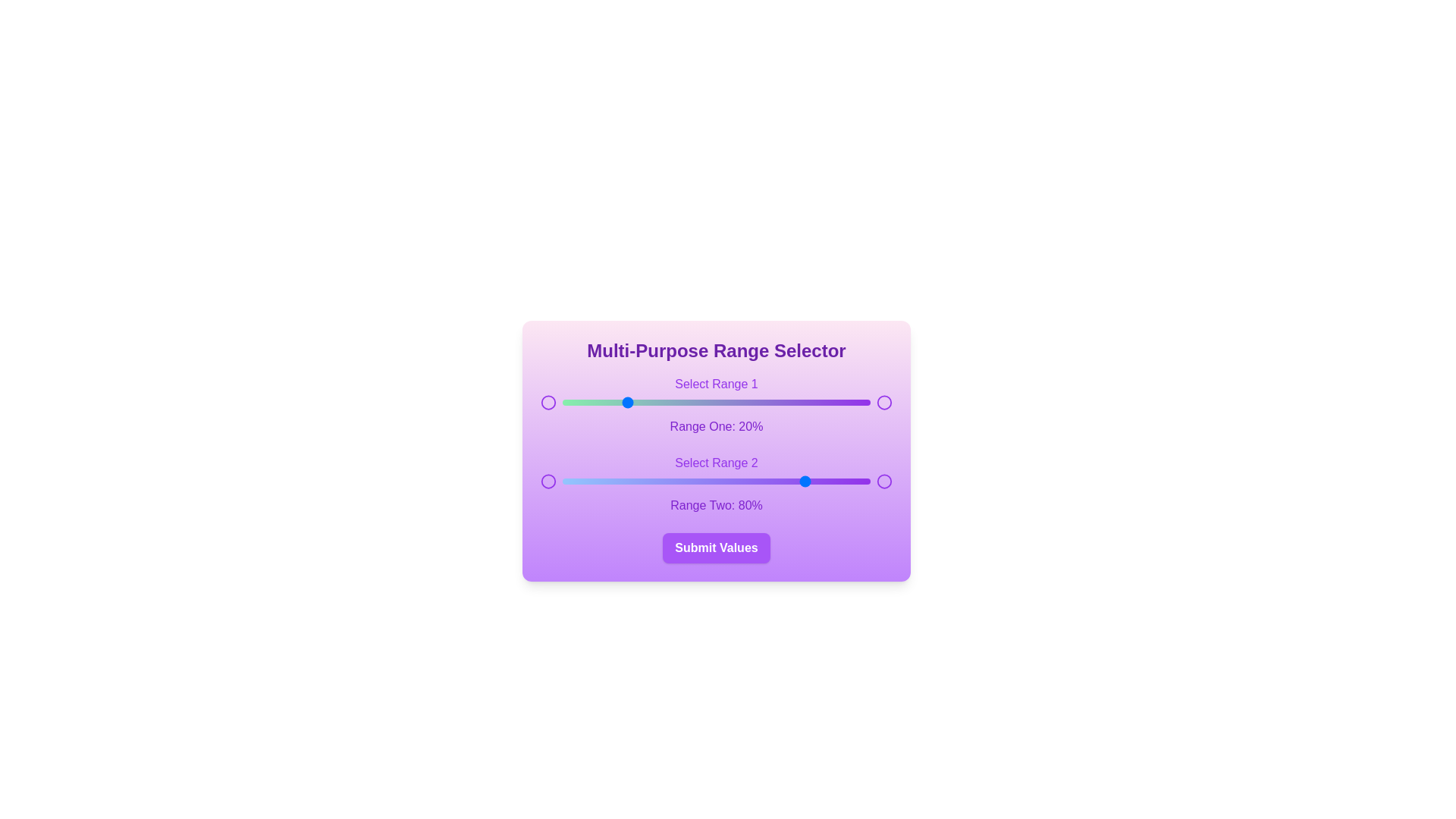  What do you see at coordinates (775, 402) in the screenshot?
I see `the first range slider to 69%` at bounding box center [775, 402].